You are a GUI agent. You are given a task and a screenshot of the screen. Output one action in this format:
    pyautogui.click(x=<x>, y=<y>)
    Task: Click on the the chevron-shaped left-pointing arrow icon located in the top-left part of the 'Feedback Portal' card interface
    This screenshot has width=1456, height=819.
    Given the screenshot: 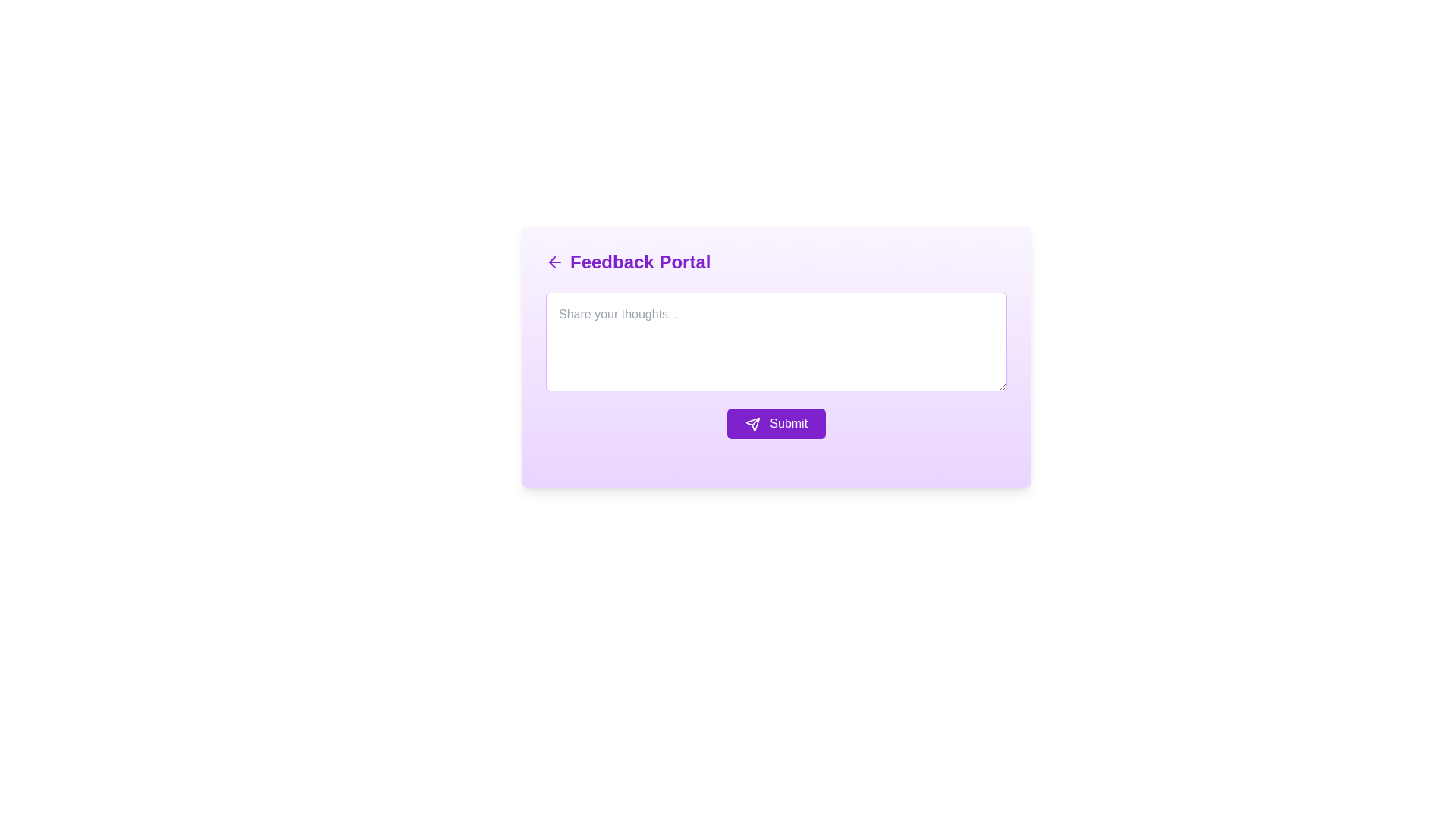 What is the action you would take?
    pyautogui.click(x=551, y=262)
    